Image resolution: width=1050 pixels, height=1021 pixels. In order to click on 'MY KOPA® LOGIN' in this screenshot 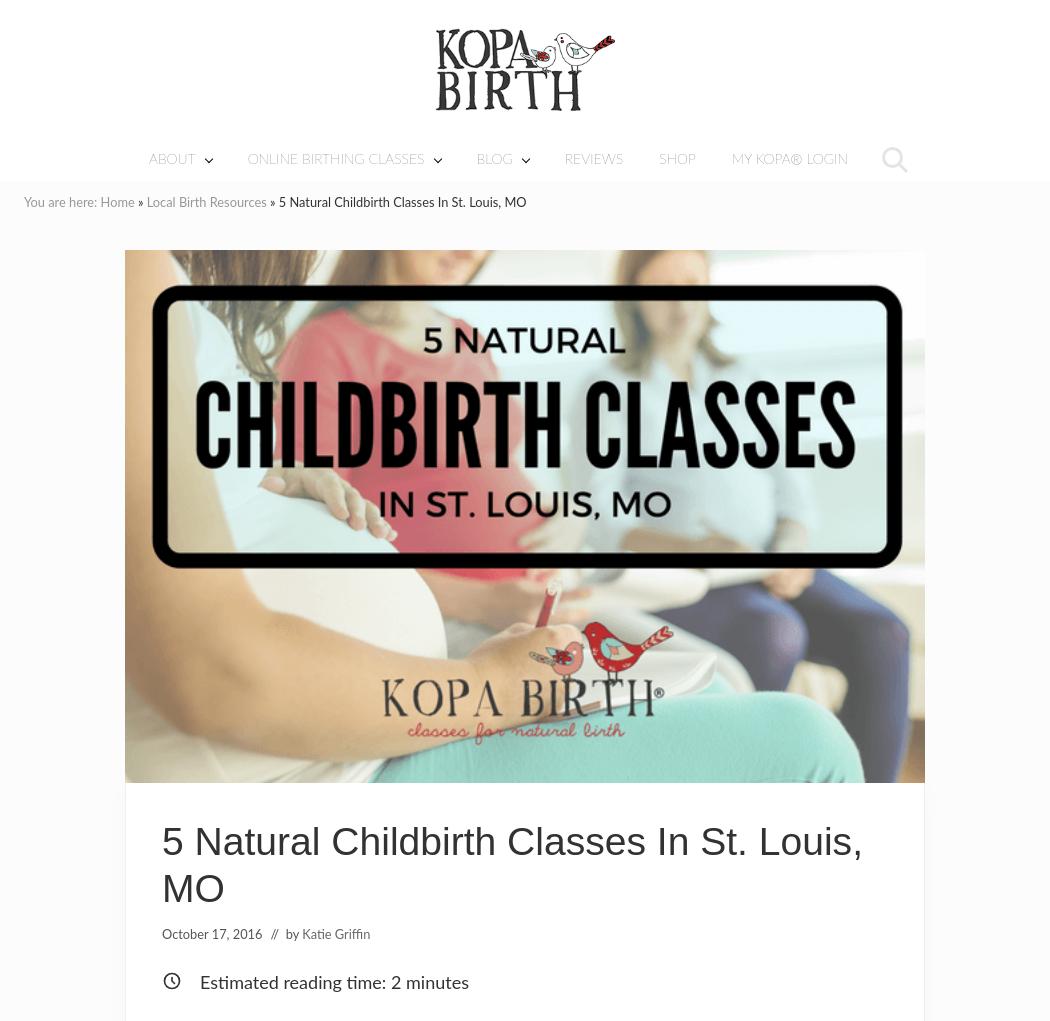, I will do `click(788, 158)`.